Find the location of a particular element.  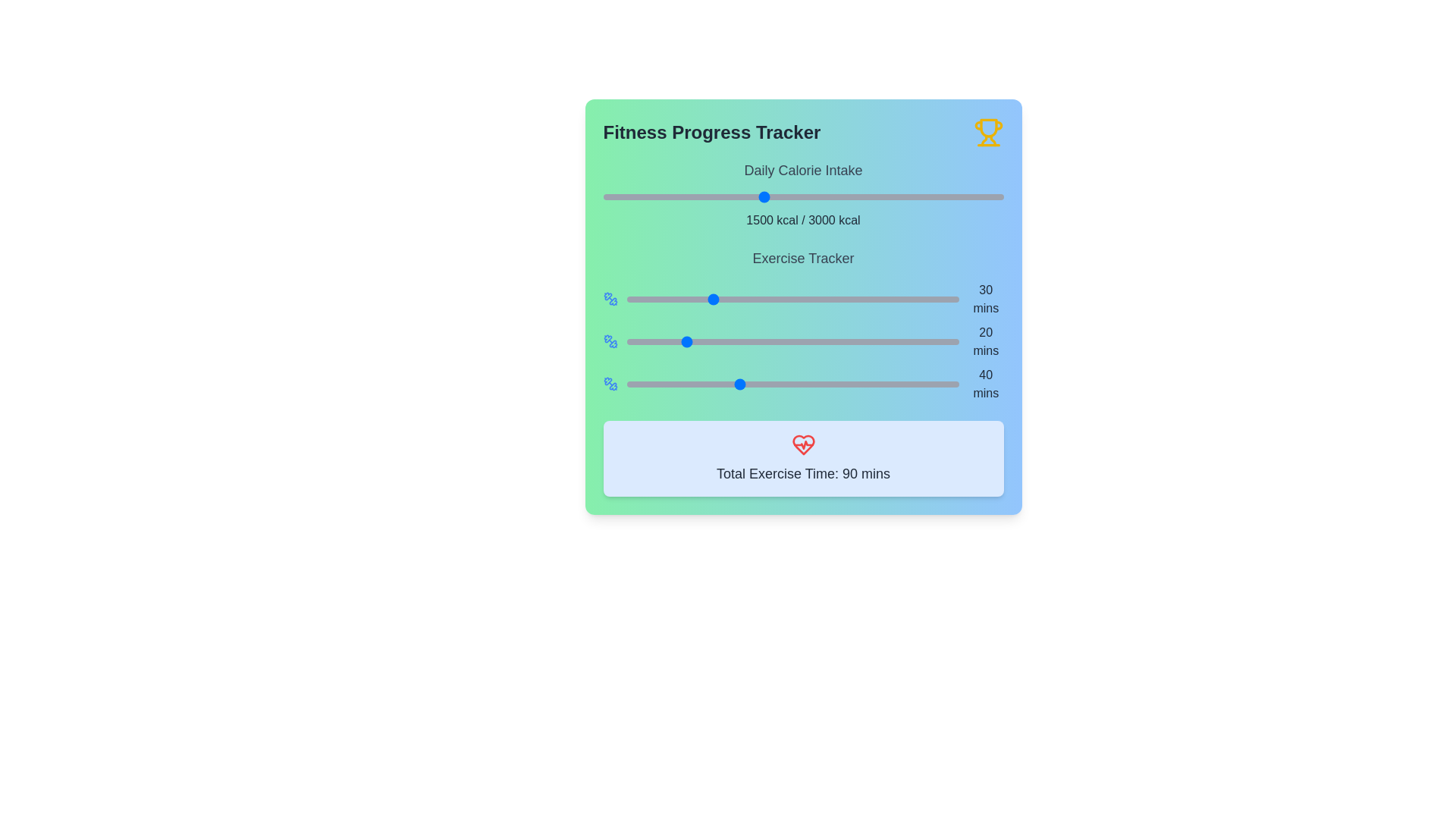

calorie intake is located at coordinates (705, 196).